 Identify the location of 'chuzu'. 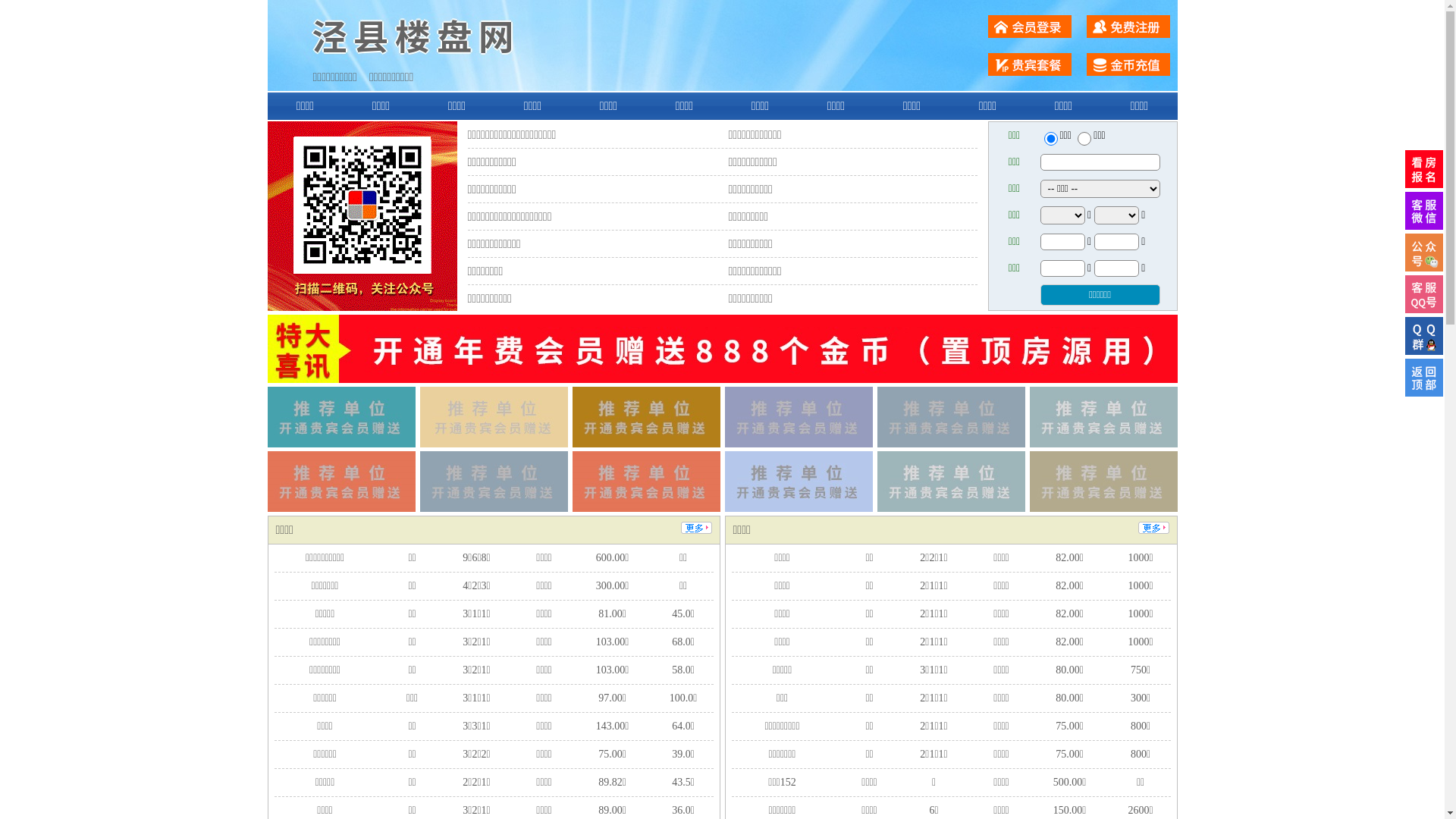
(1084, 138).